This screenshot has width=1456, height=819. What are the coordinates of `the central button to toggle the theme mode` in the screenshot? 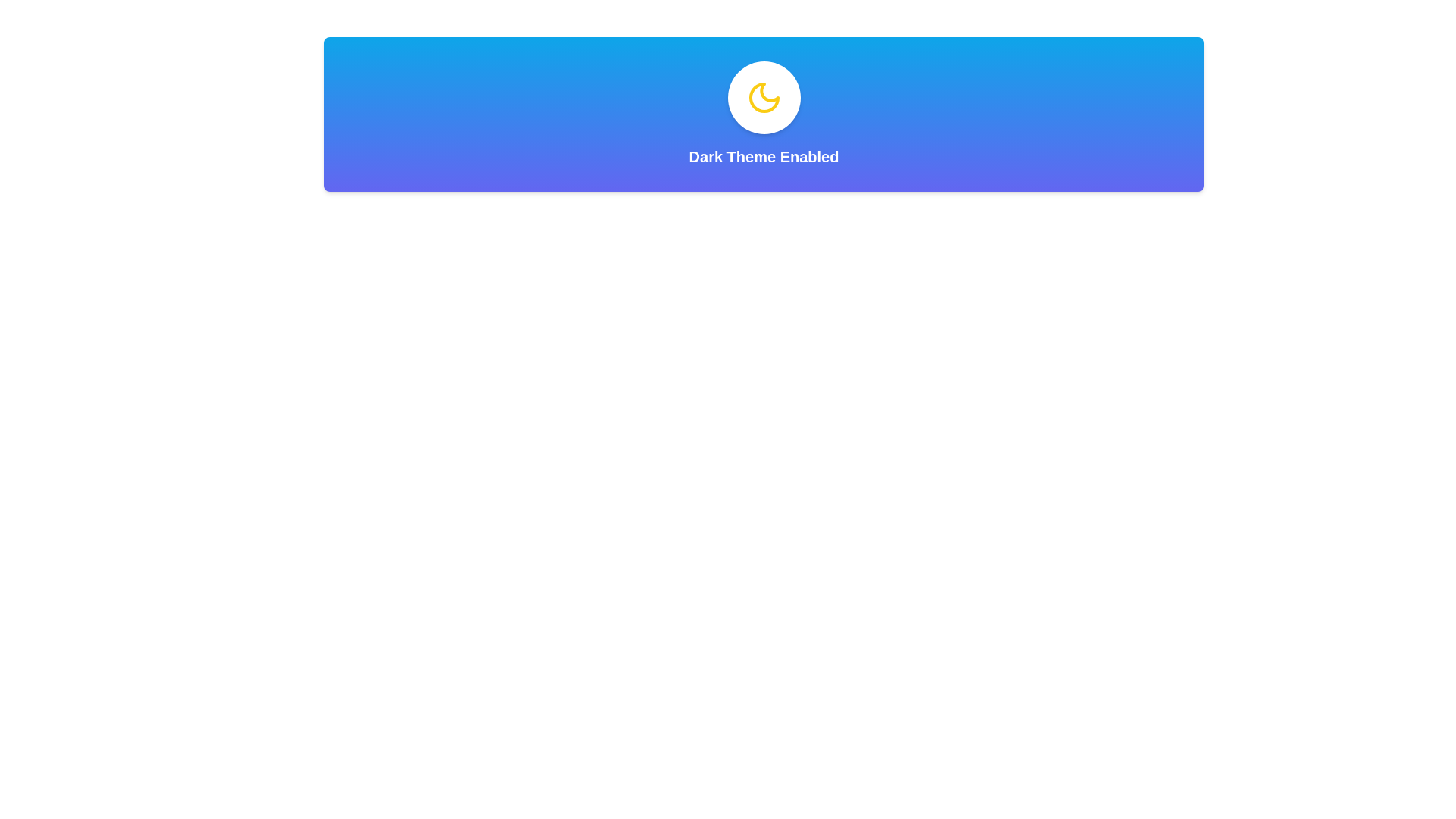 It's located at (764, 97).